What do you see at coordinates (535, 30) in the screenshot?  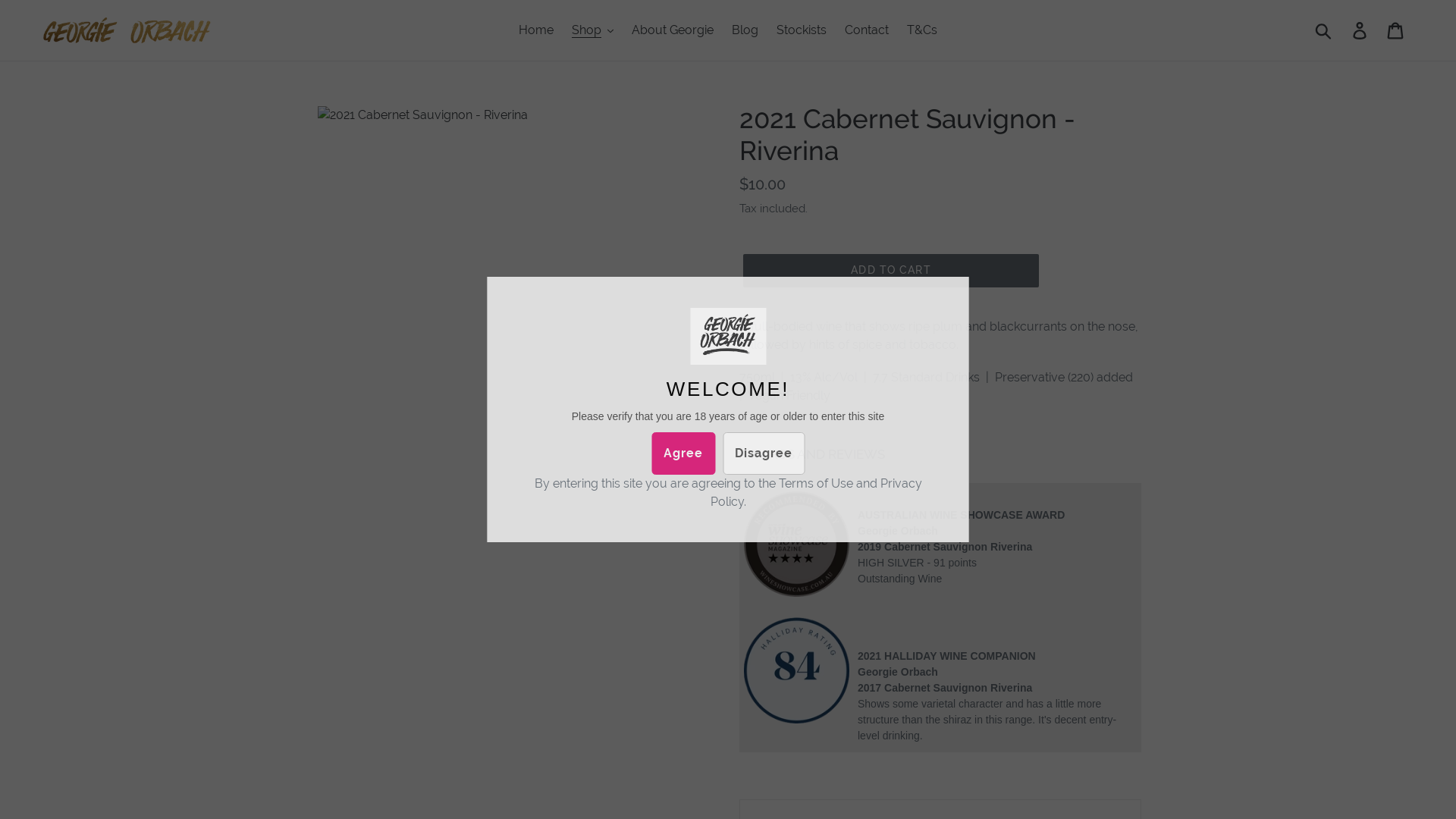 I see `'Home'` at bounding box center [535, 30].